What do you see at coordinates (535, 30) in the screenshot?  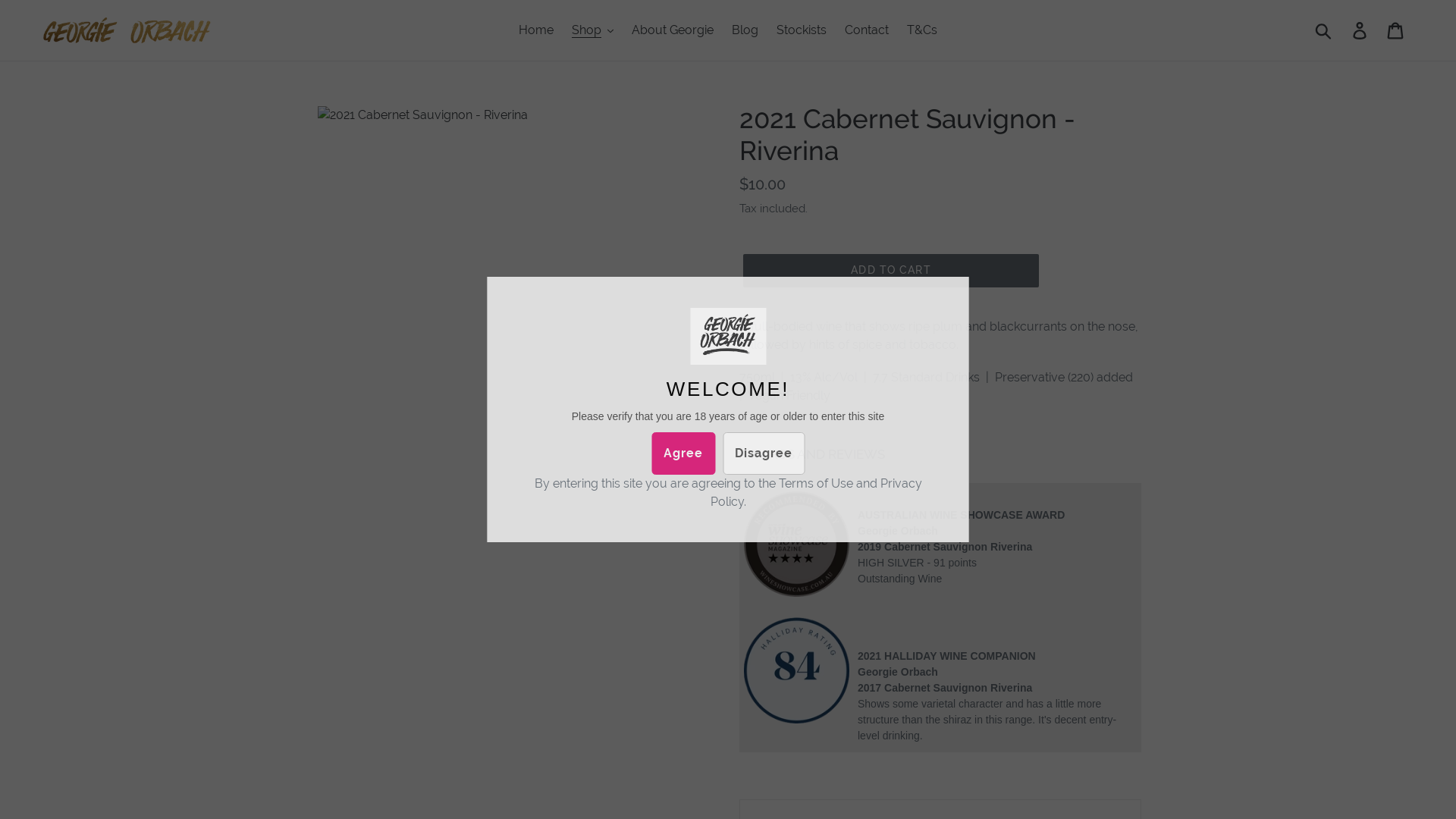 I see `'Home'` at bounding box center [535, 30].